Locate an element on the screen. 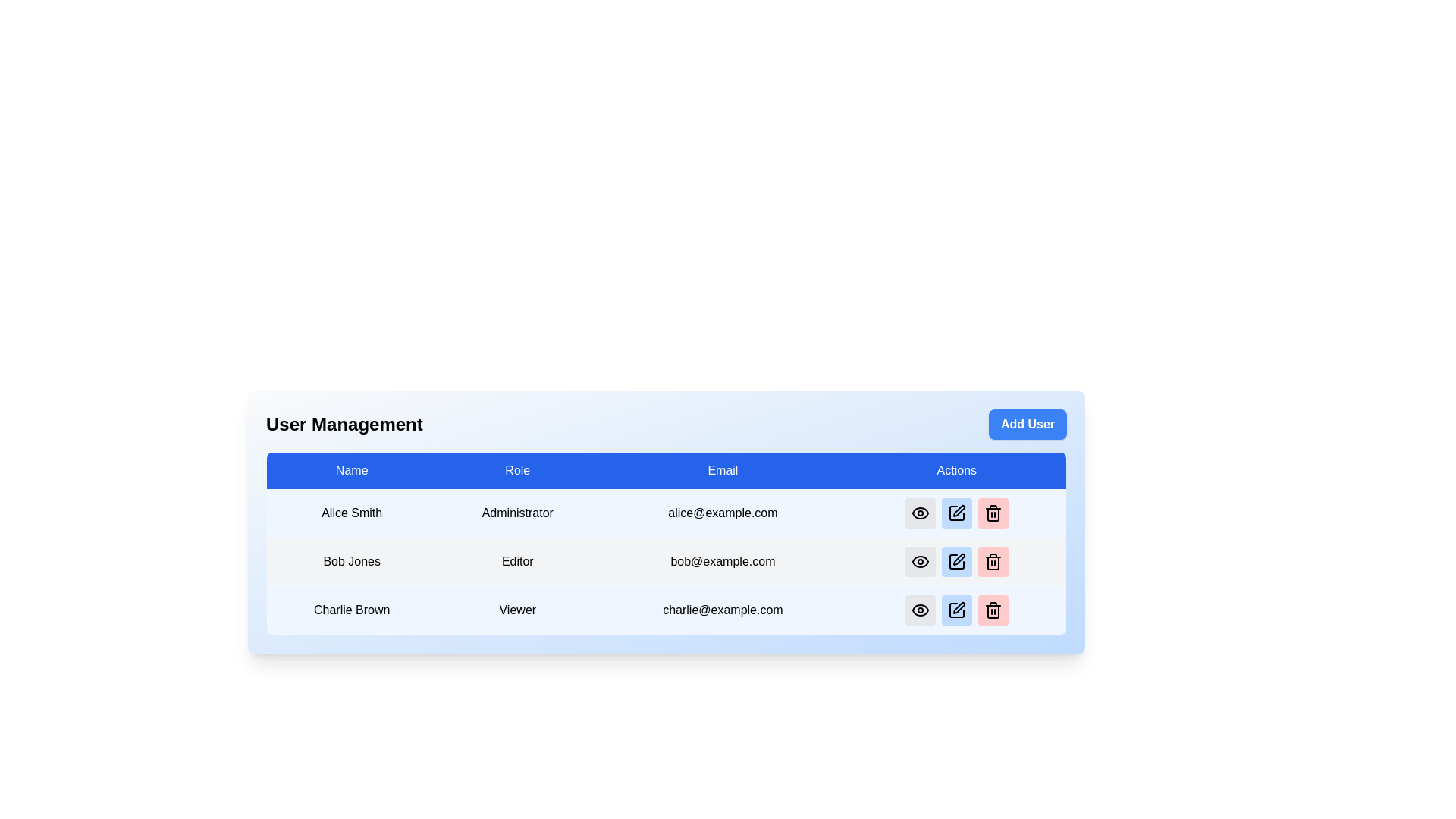 The width and height of the screenshot is (1456, 819). the 'User Management' text label, which is a large, bold header above the user details table is located at coordinates (344, 424).